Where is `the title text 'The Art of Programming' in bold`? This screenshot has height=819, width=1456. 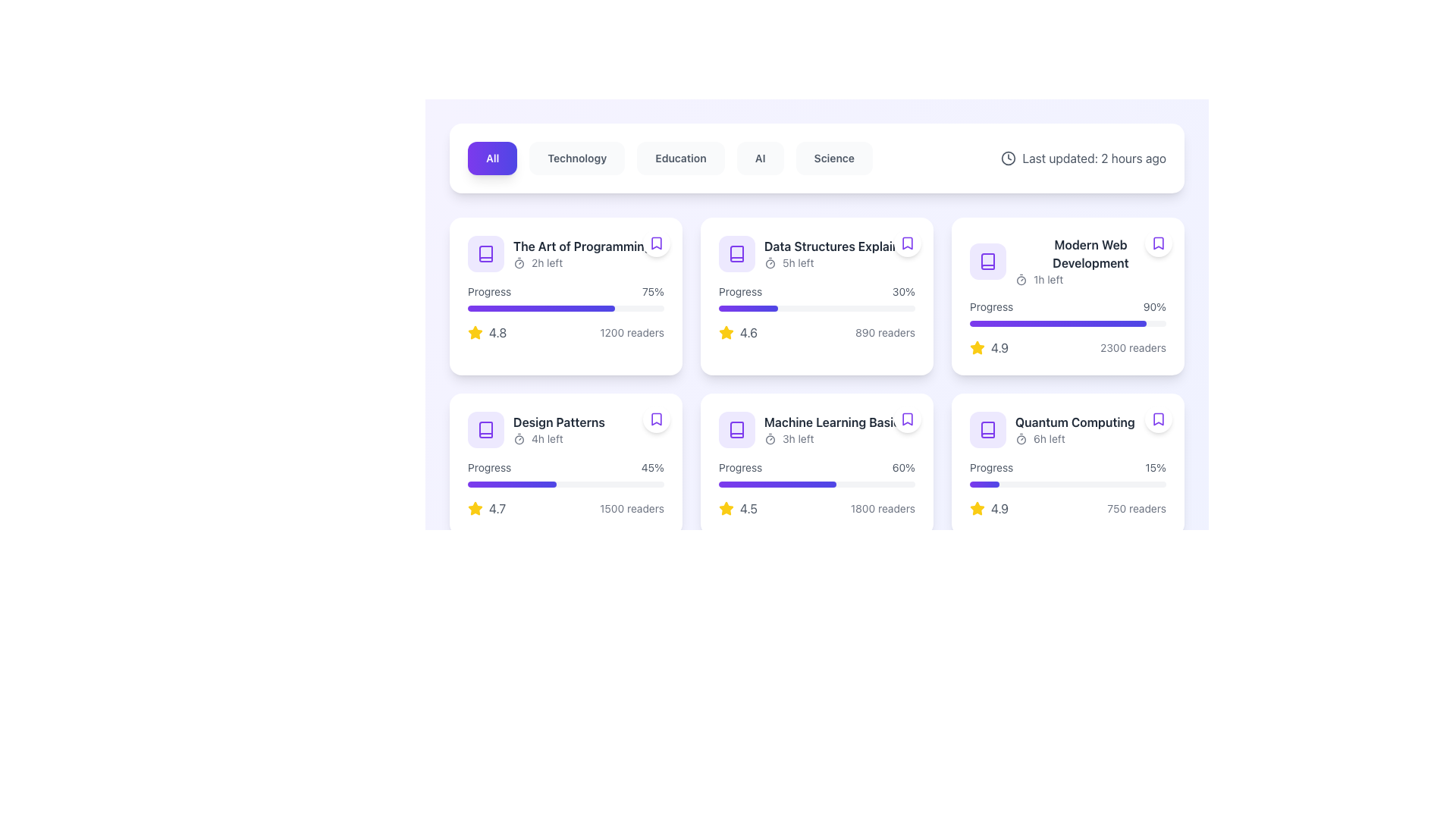
the title text 'The Art of Programming' in bold is located at coordinates (565, 253).